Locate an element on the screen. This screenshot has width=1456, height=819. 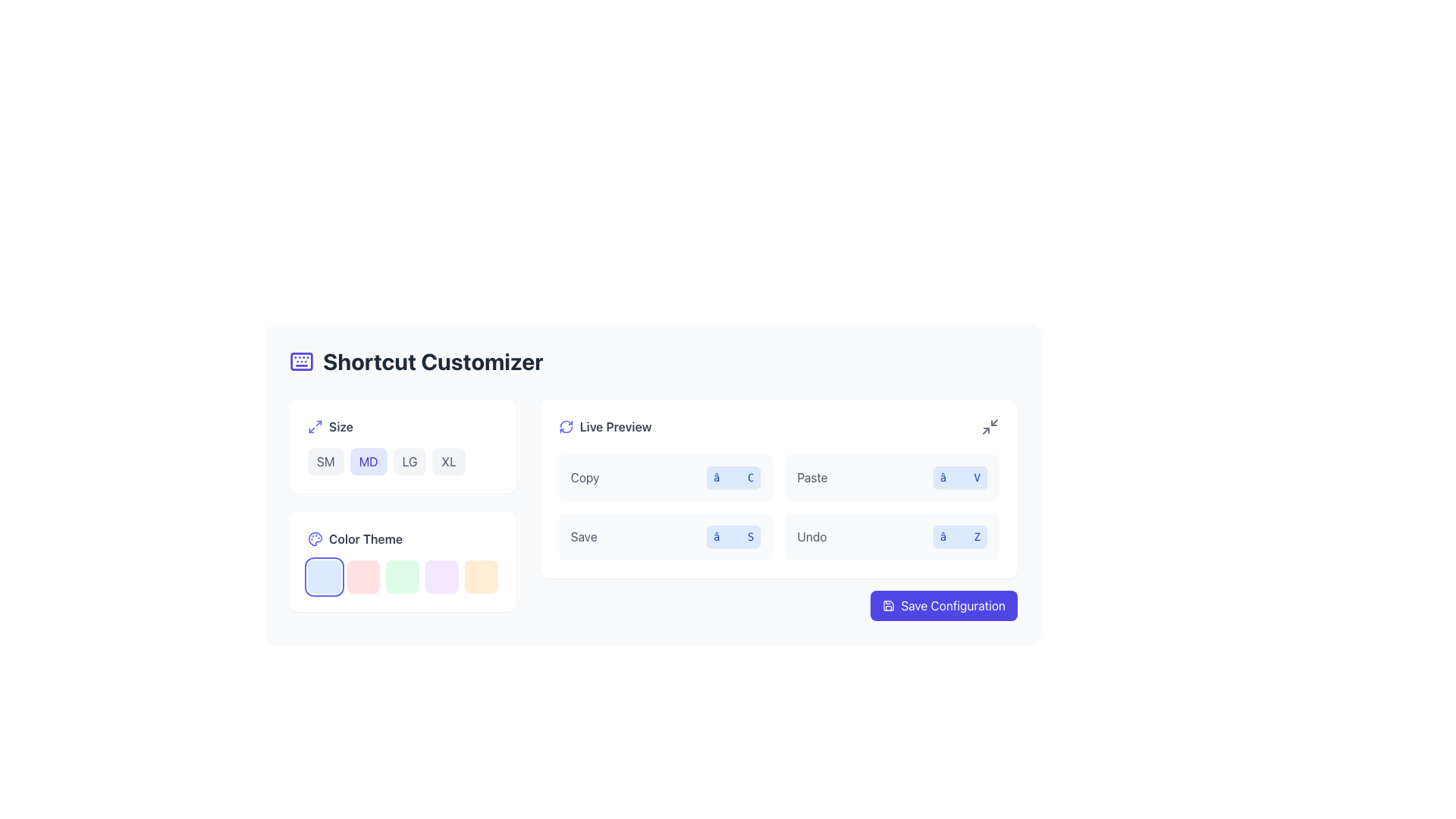
the displayed keyboard shortcut for the 'Save' action, located to the right of the 'Save' label in the 'Live Preview' section is located at coordinates (733, 536).